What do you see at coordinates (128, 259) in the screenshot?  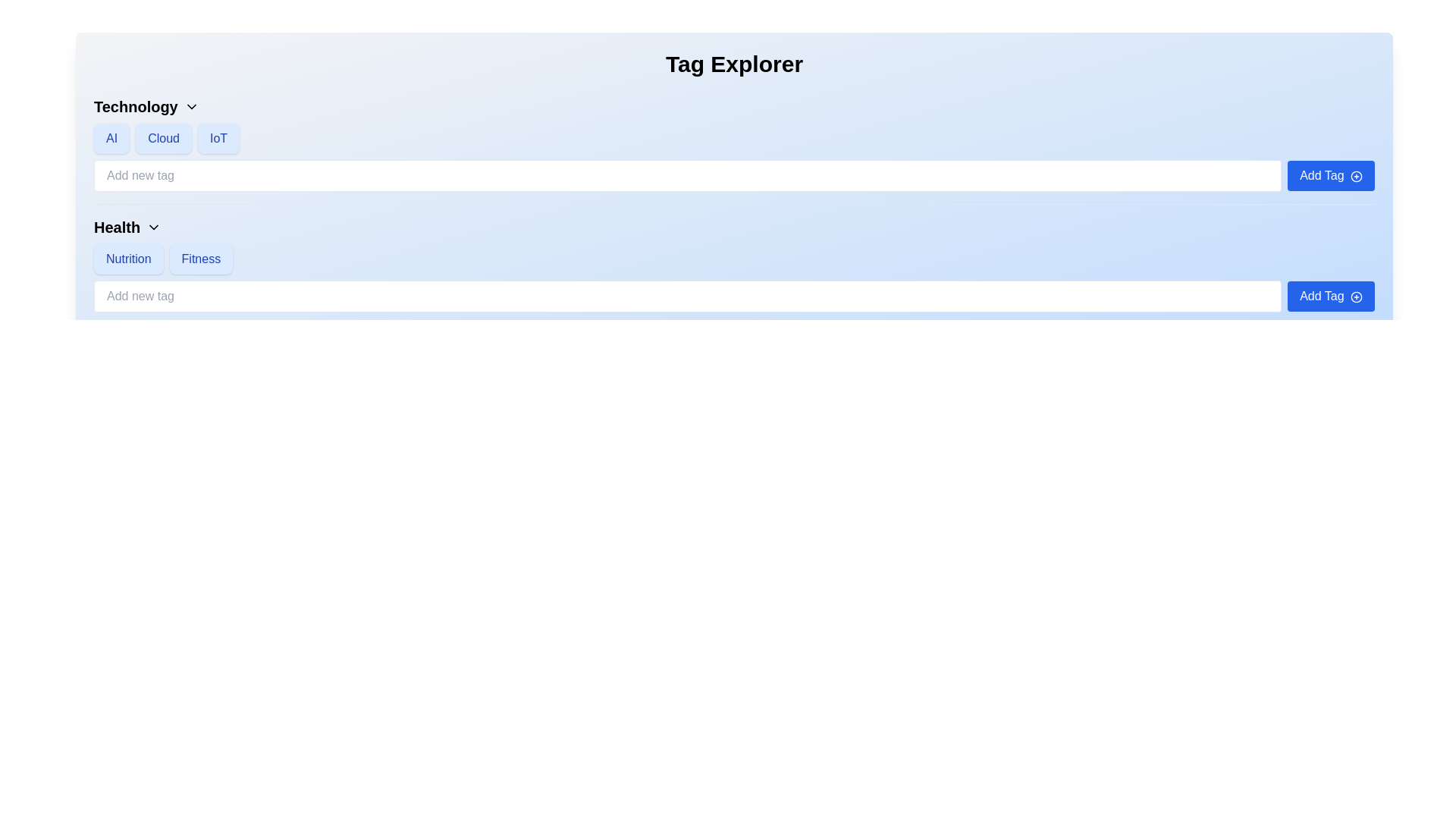 I see `the 'Nutrition' label tag, which has a light blue background and blue text, positioned in the 'Health' section to the left of the 'Fitness' tag` at bounding box center [128, 259].